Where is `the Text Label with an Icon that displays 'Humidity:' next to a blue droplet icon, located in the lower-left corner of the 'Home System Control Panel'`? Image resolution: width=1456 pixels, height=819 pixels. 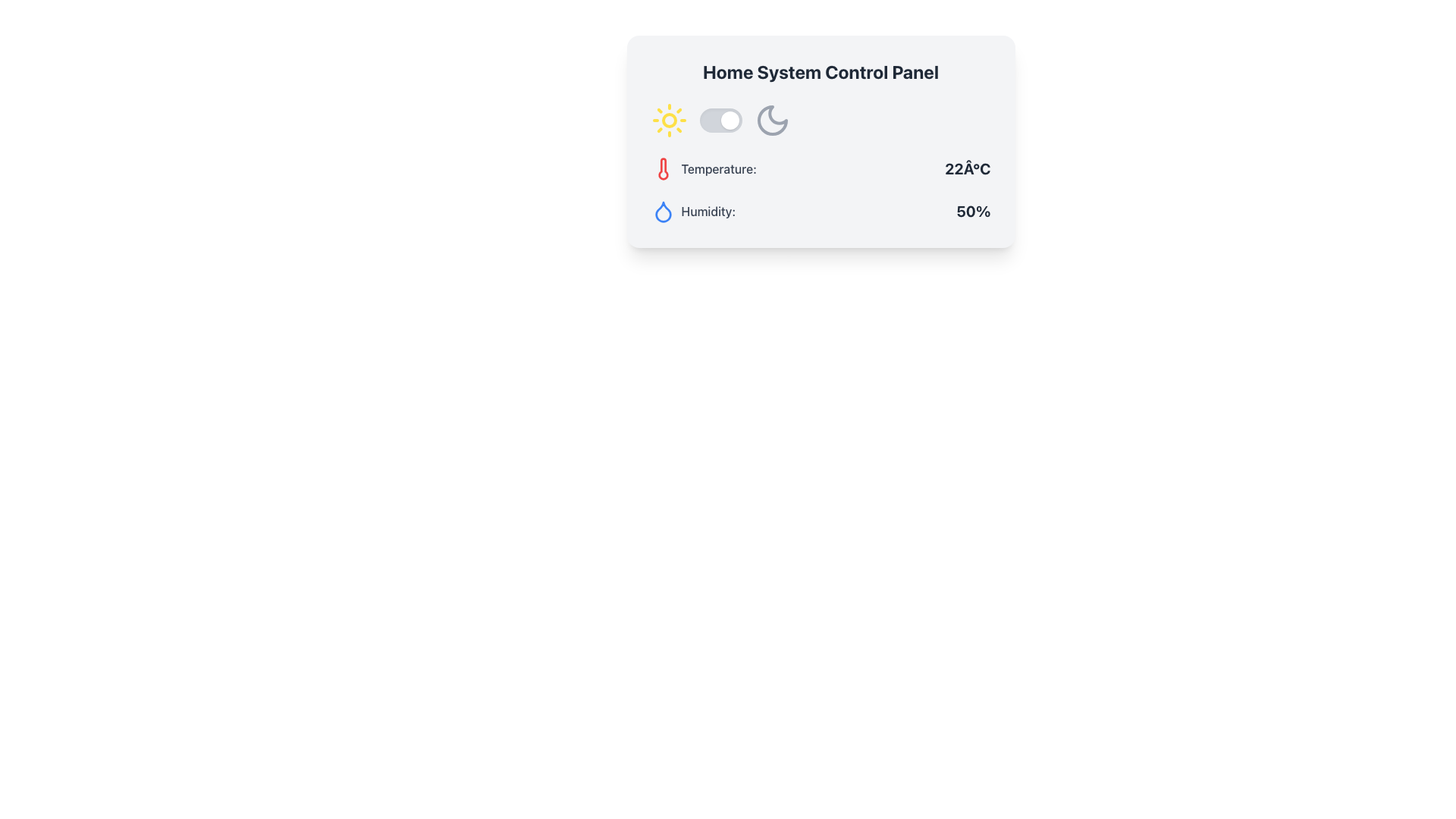
the Text Label with an Icon that displays 'Humidity:' next to a blue droplet icon, located in the lower-left corner of the 'Home System Control Panel' is located at coordinates (692, 211).